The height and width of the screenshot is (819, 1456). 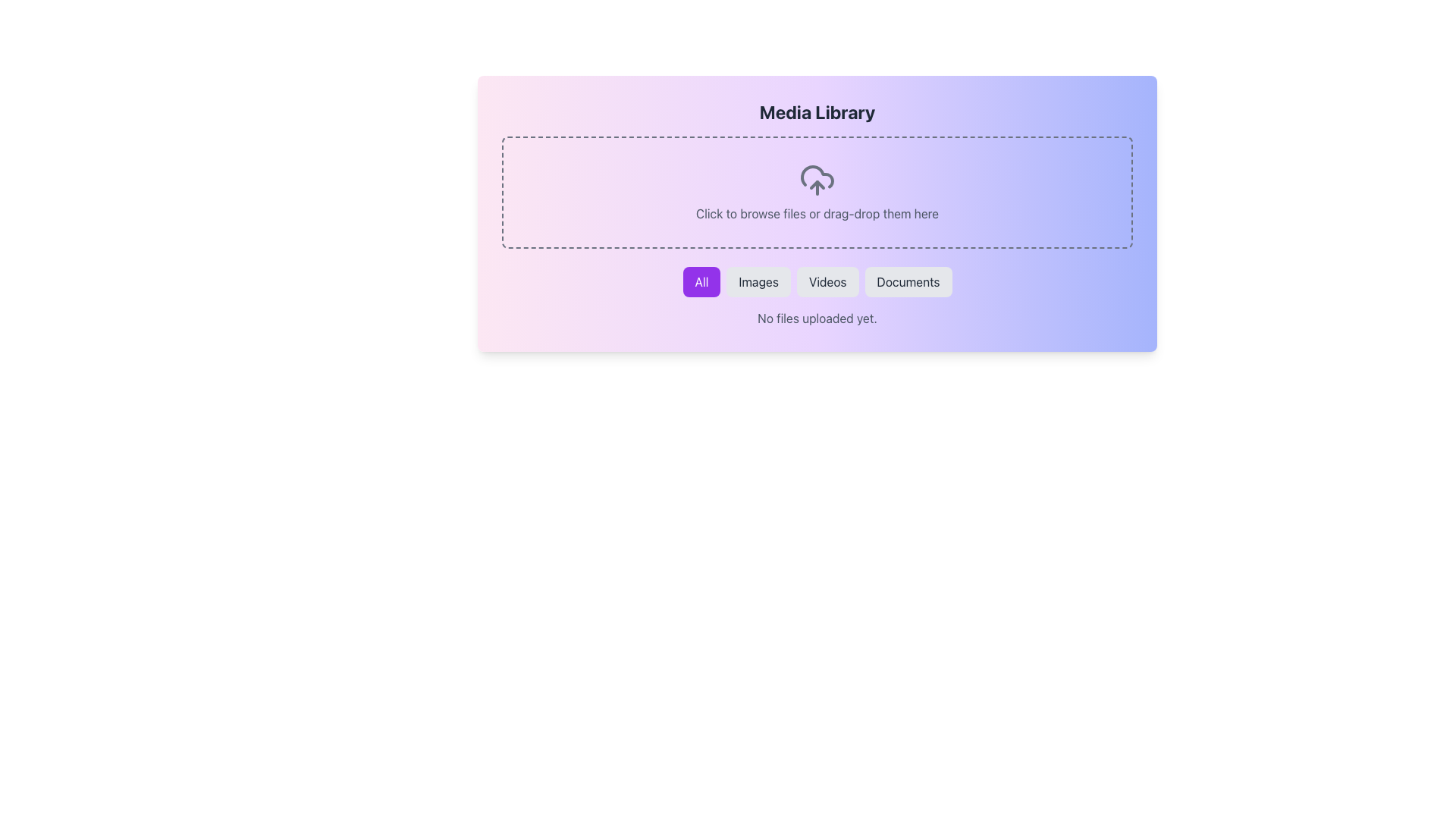 What do you see at coordinates (827, 281) in the screenshot?
I see `the 'Videos' button, which is a rounded rectangular button with a light-gray background and black text, located in the horizontal group of media buttons below the 'Media Library' title` at bounding box center [827, 281].